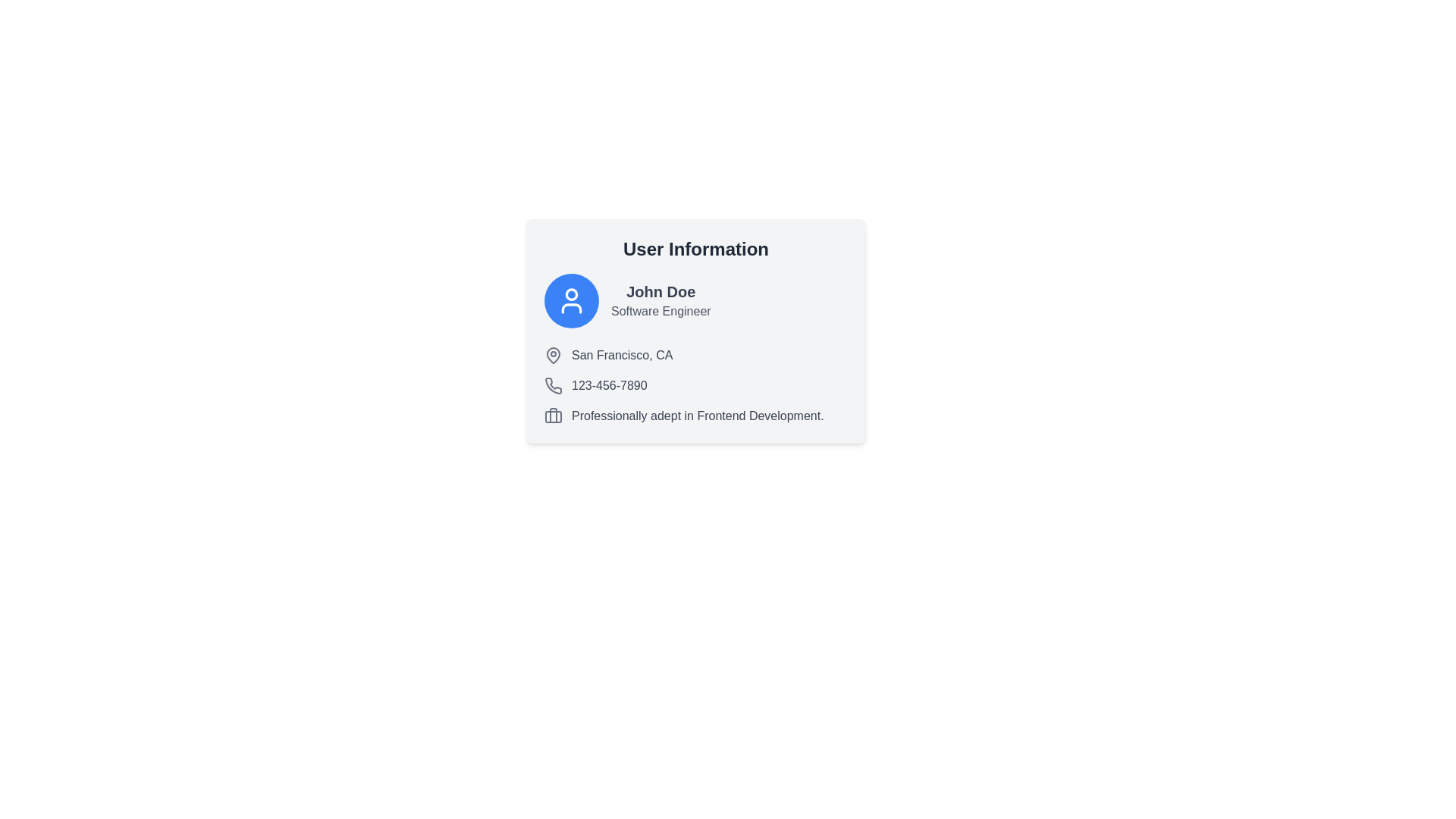 This screenshot has width=1456, height=819. Describe the element at coordinates (695, 416) in the screenshot. I see `the text label 'Professionally adept in Frontend Development' next to the briefcase icon` at that location.